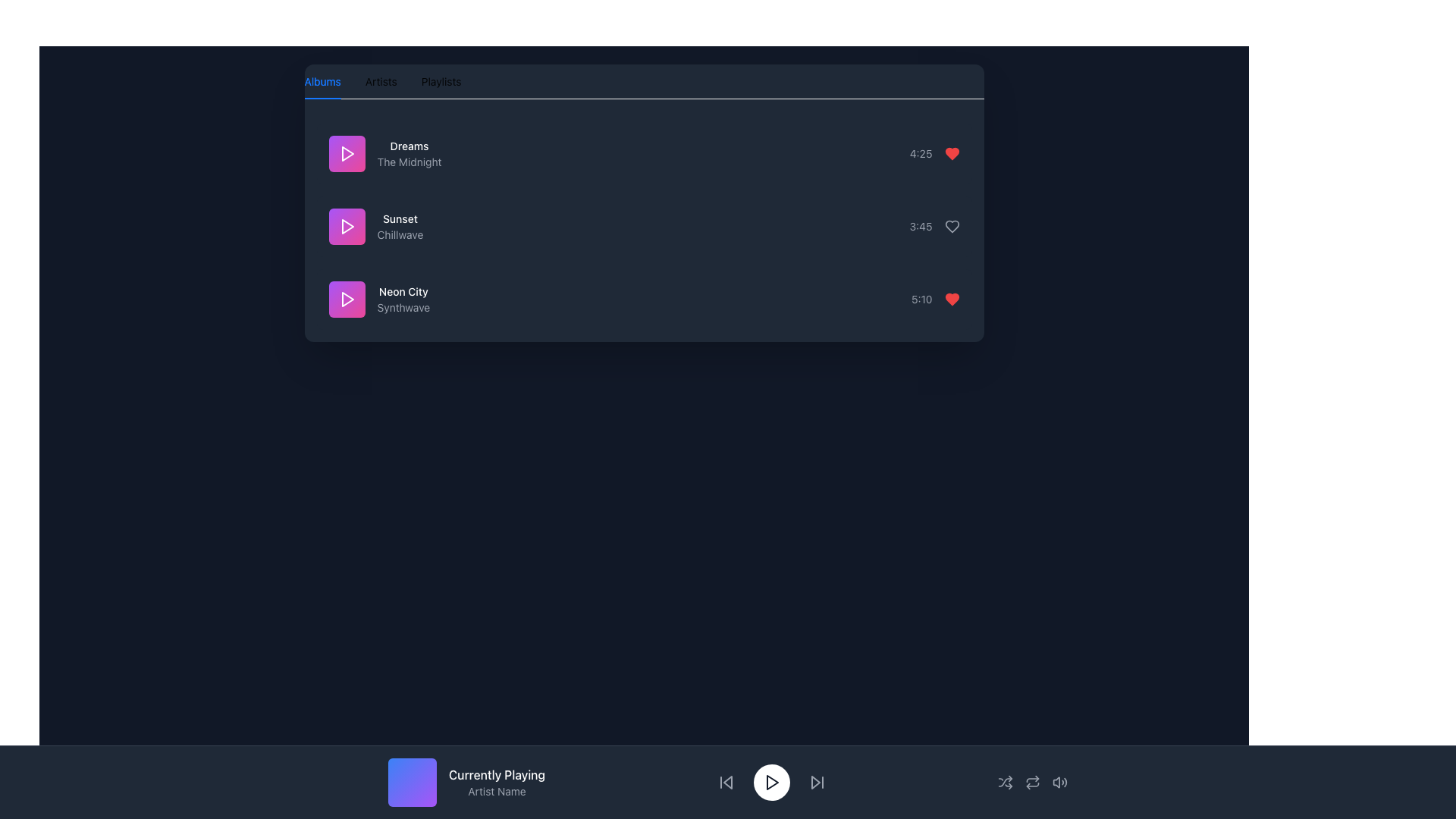 The height and width of the screenshot is (819, 1456). I want to click on the circular play button with a white background and a play icon at its center to play or pause the media, so click(771, 783).